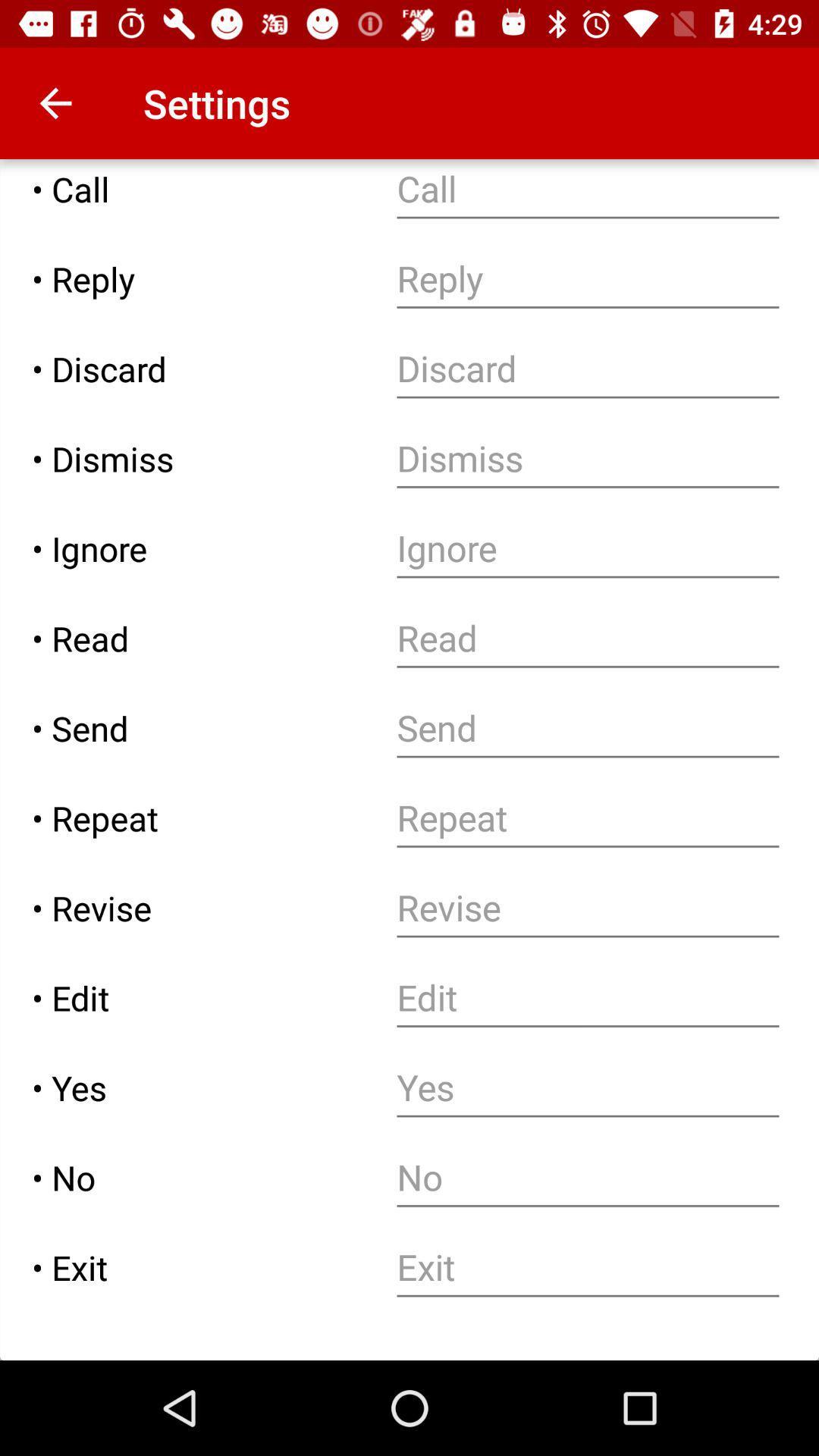  Describe the element at coordinates (55, 102) in the screenshot. I see `the icon next to the settings item` at that location.